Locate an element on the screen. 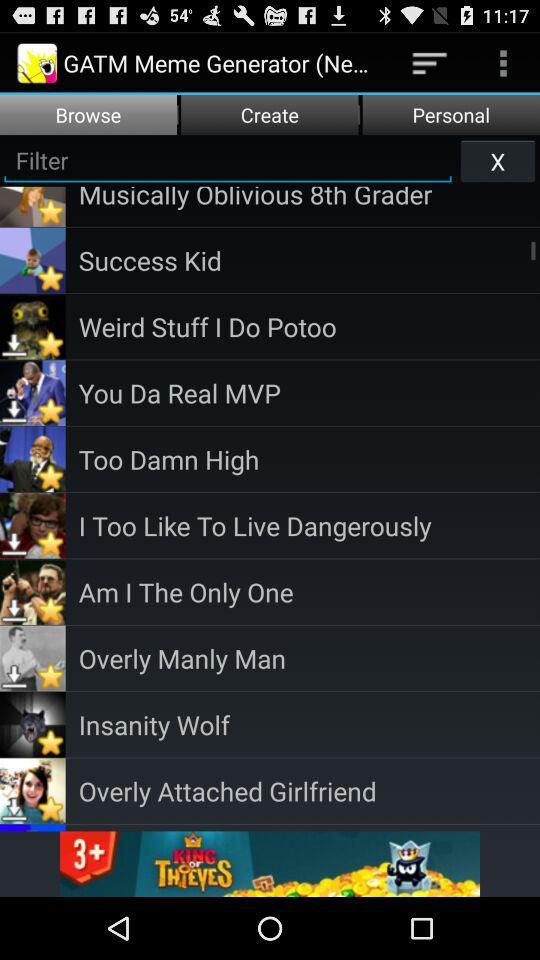 This screenshot has width=540, height=960. the am i the item is located at coordinates (309, 591).